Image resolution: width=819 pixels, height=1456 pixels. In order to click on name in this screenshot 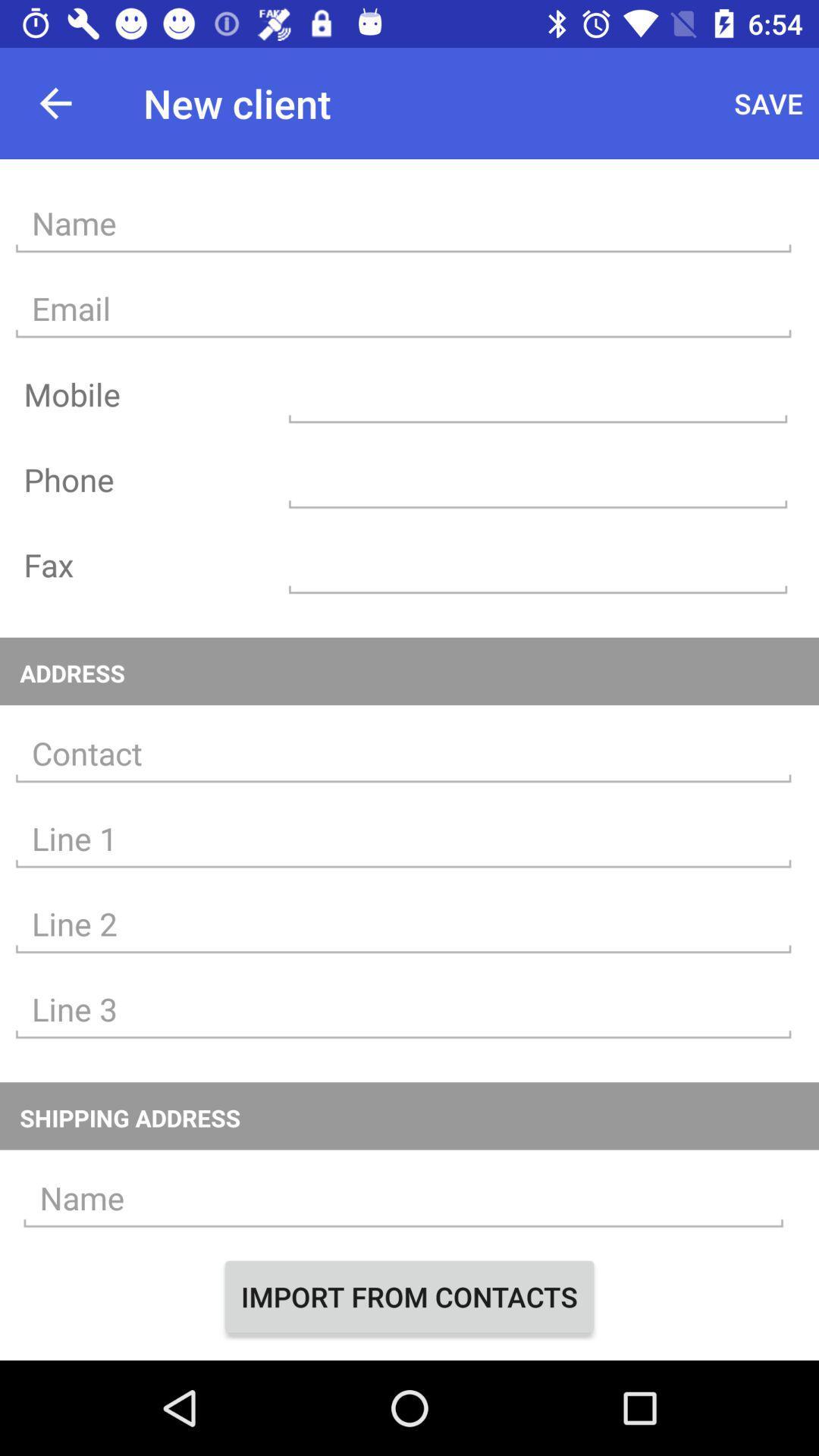, I will do `click(403, 223)`.